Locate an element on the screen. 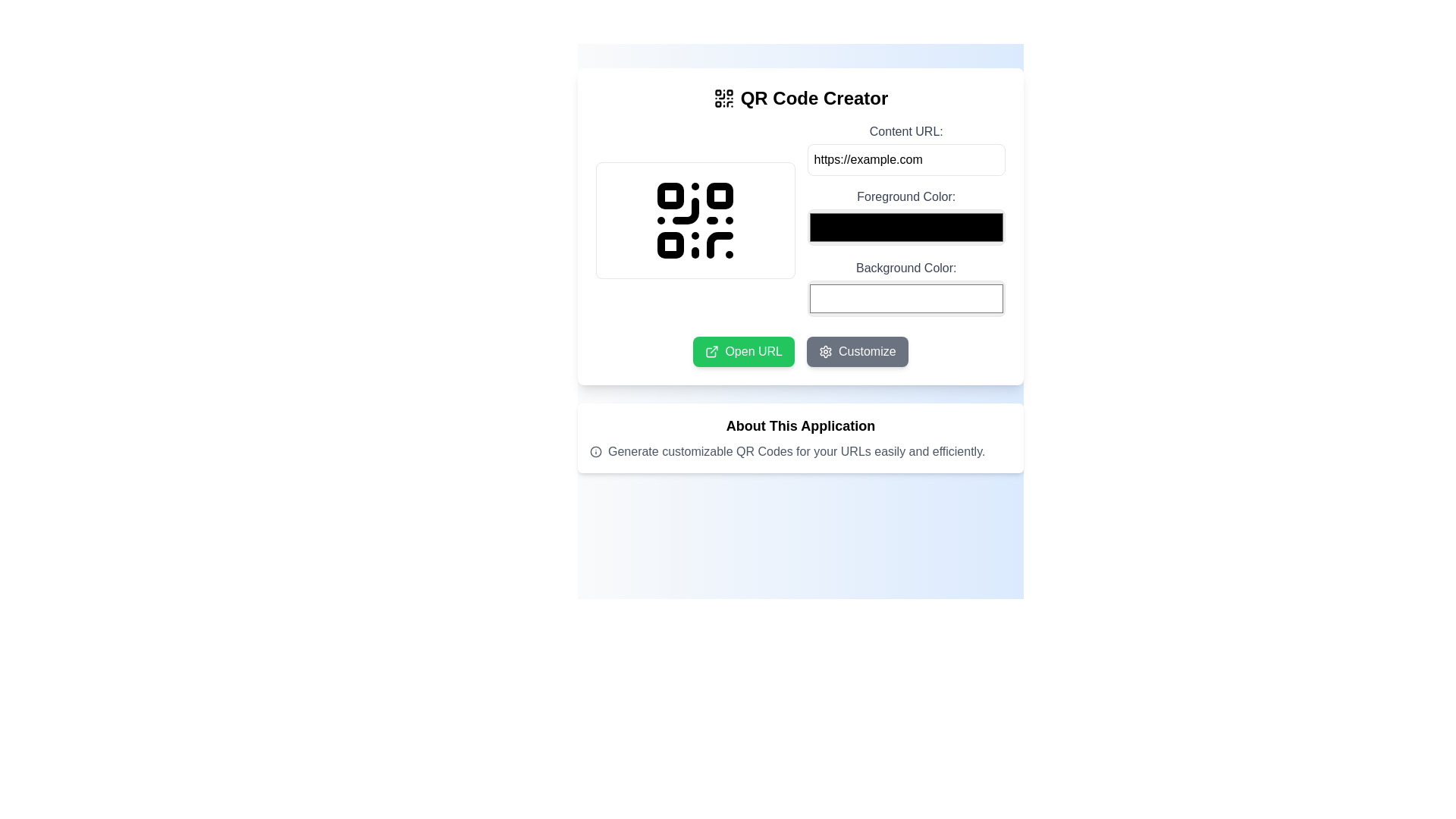  the rectangular color picker input box with a black background located beneath the 'Foreground Color:' label is located at coordinates (906, 220).